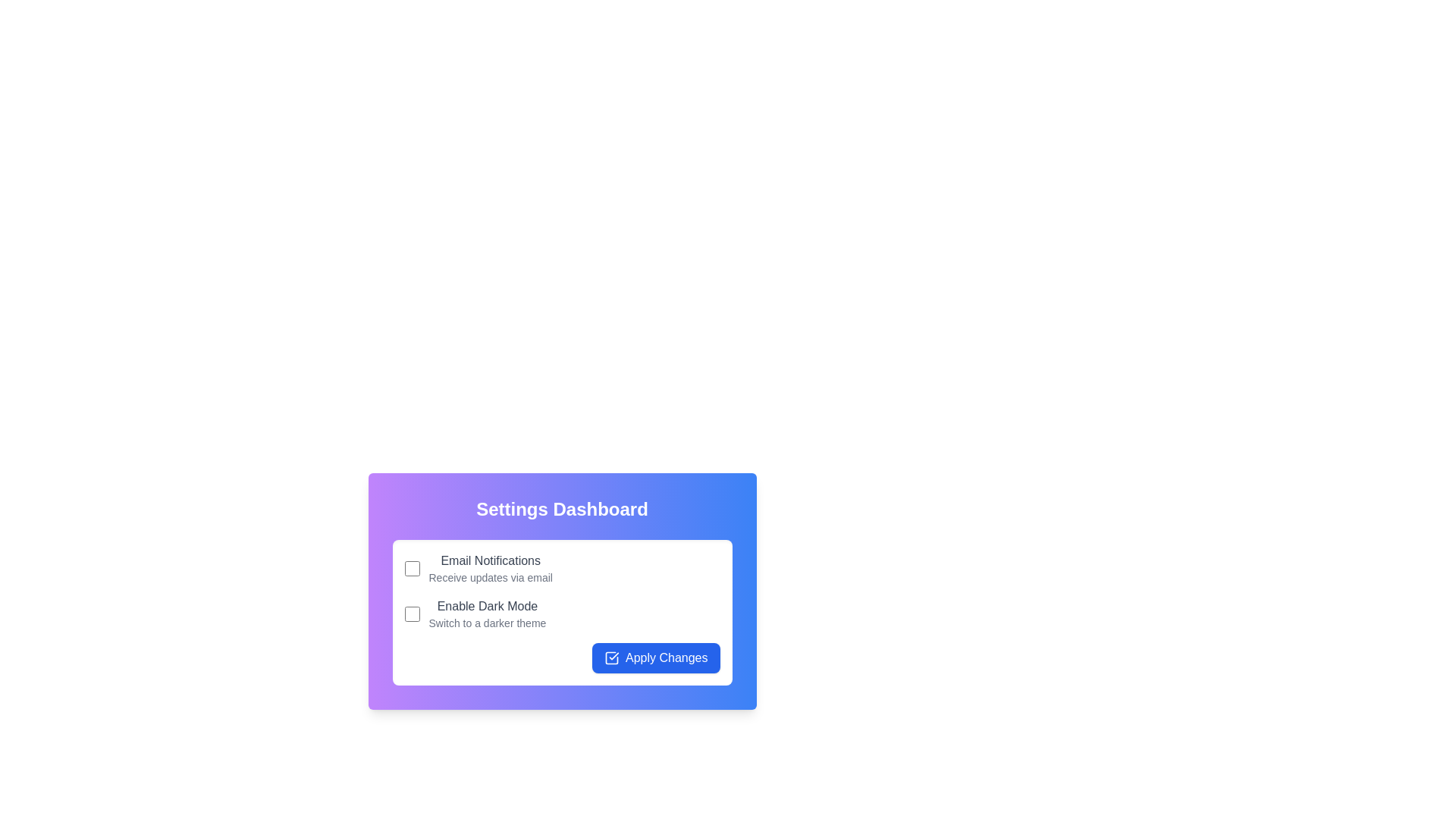  What do you see at coordinates (412, 614) in the screenshot?
I see `the small square checkbox with a blue outline and rounded corners that aligns with the label 'Enable Dark Mode'` at bounding box center [412, 614].